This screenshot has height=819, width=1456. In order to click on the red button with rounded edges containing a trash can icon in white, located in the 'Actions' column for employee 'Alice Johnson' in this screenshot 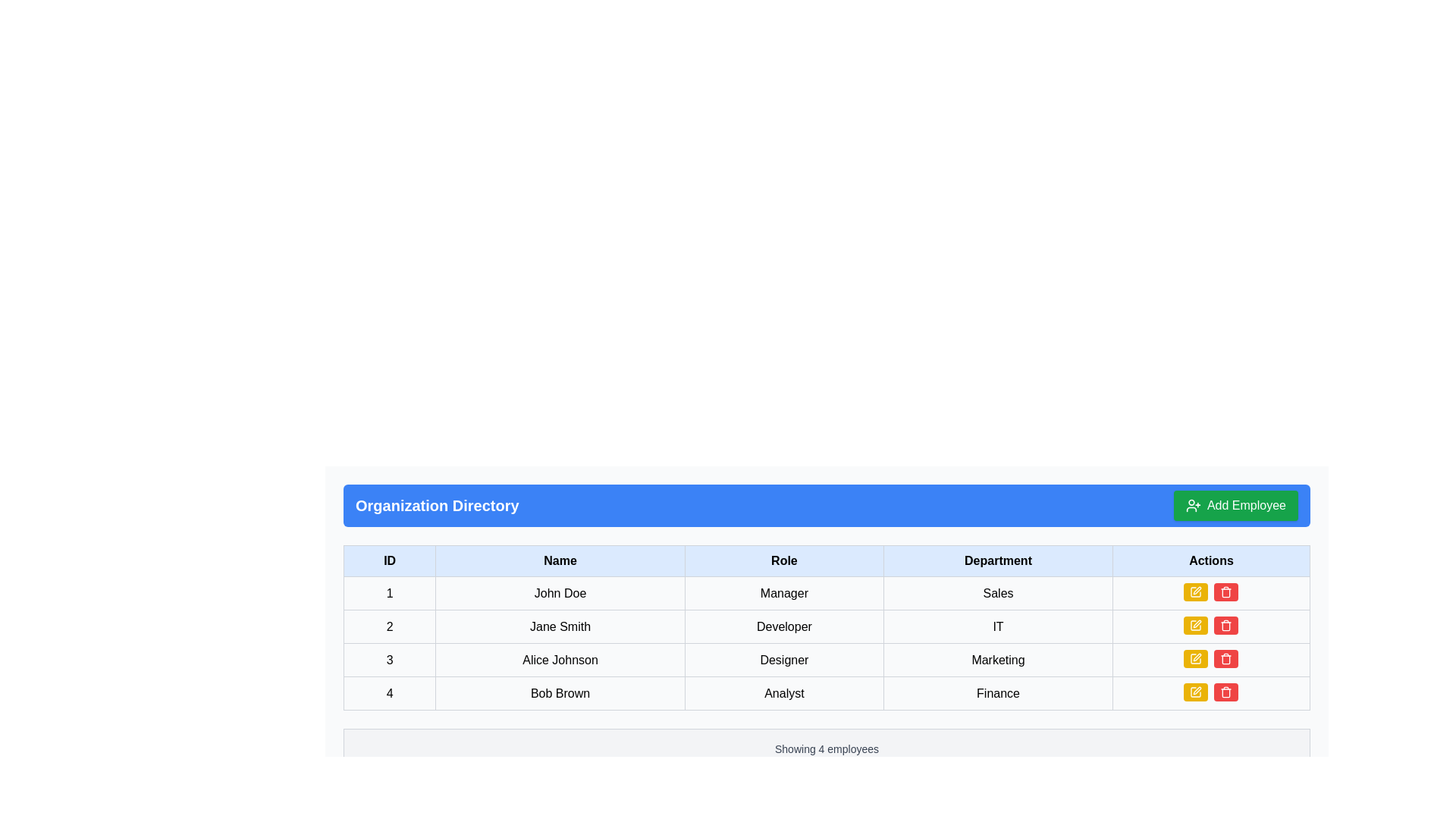, I will do `click(1226, 657)`.